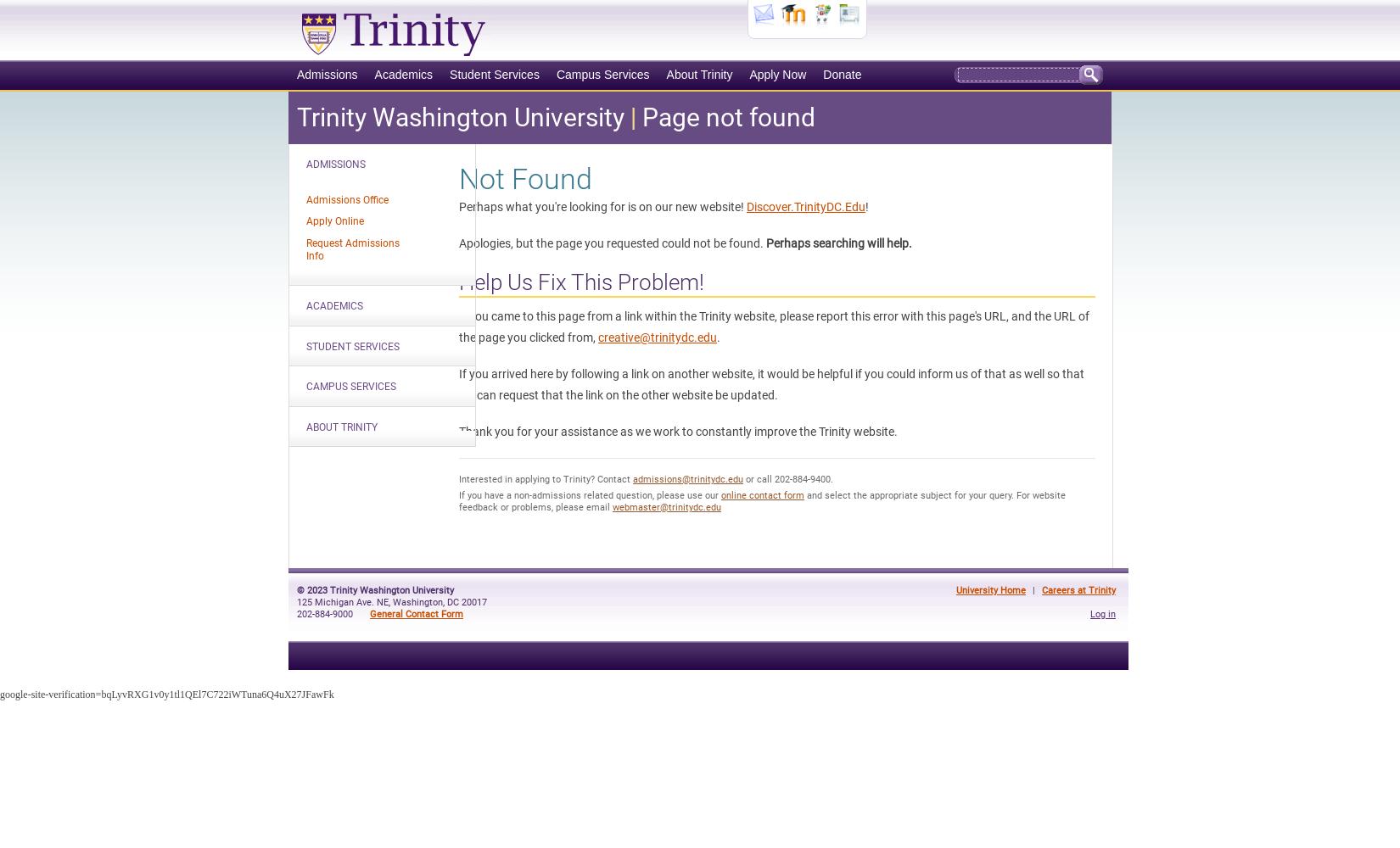 This screenshot has width=1400, height=848. What do you see at coordinates (602, 206) in the screenshot?
I see `'Perhaps what you're looking for is on our new website!'` at bounding box center [602, 206].